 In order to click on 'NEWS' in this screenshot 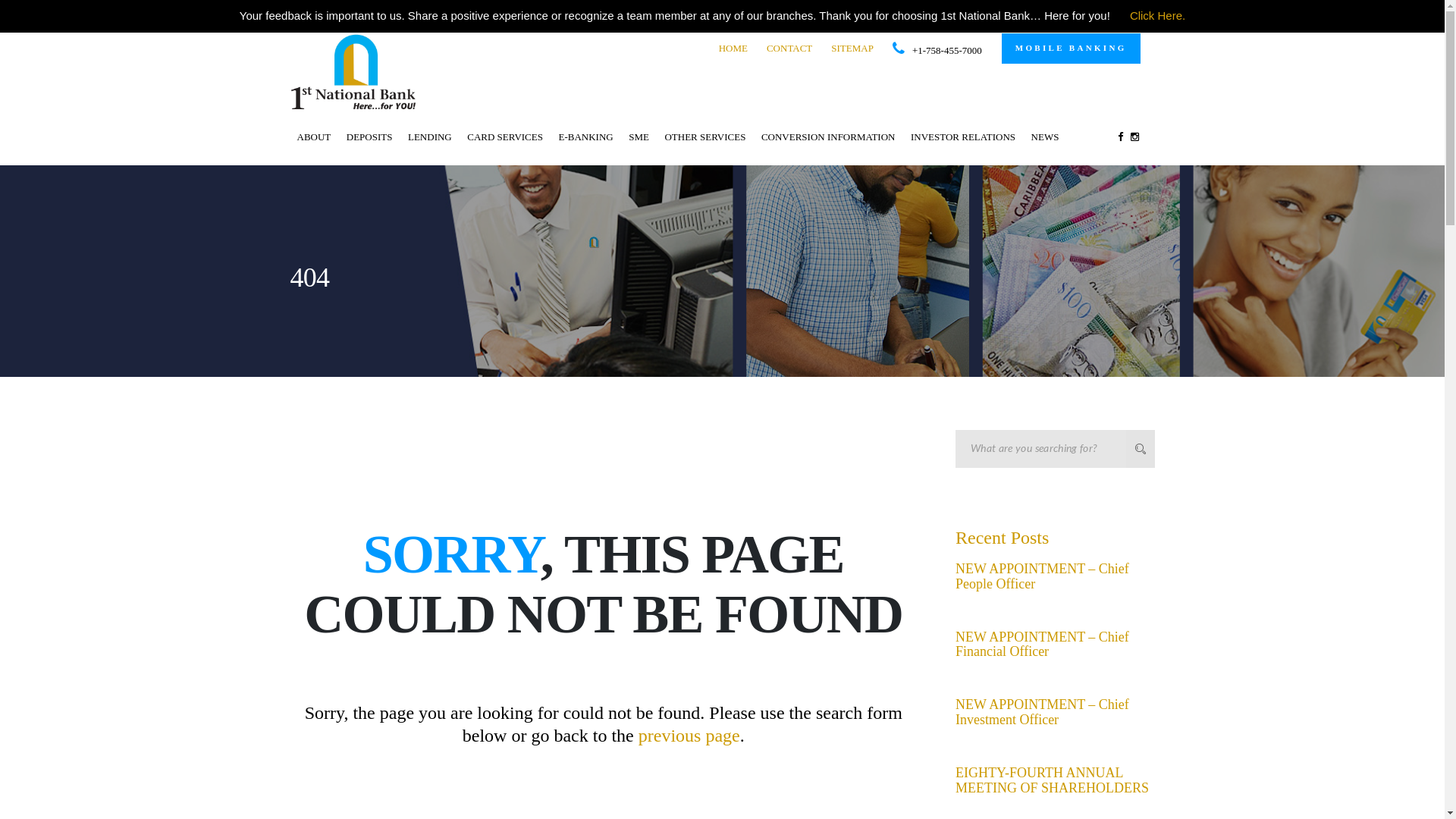, I will do `click(1044, 136)`.